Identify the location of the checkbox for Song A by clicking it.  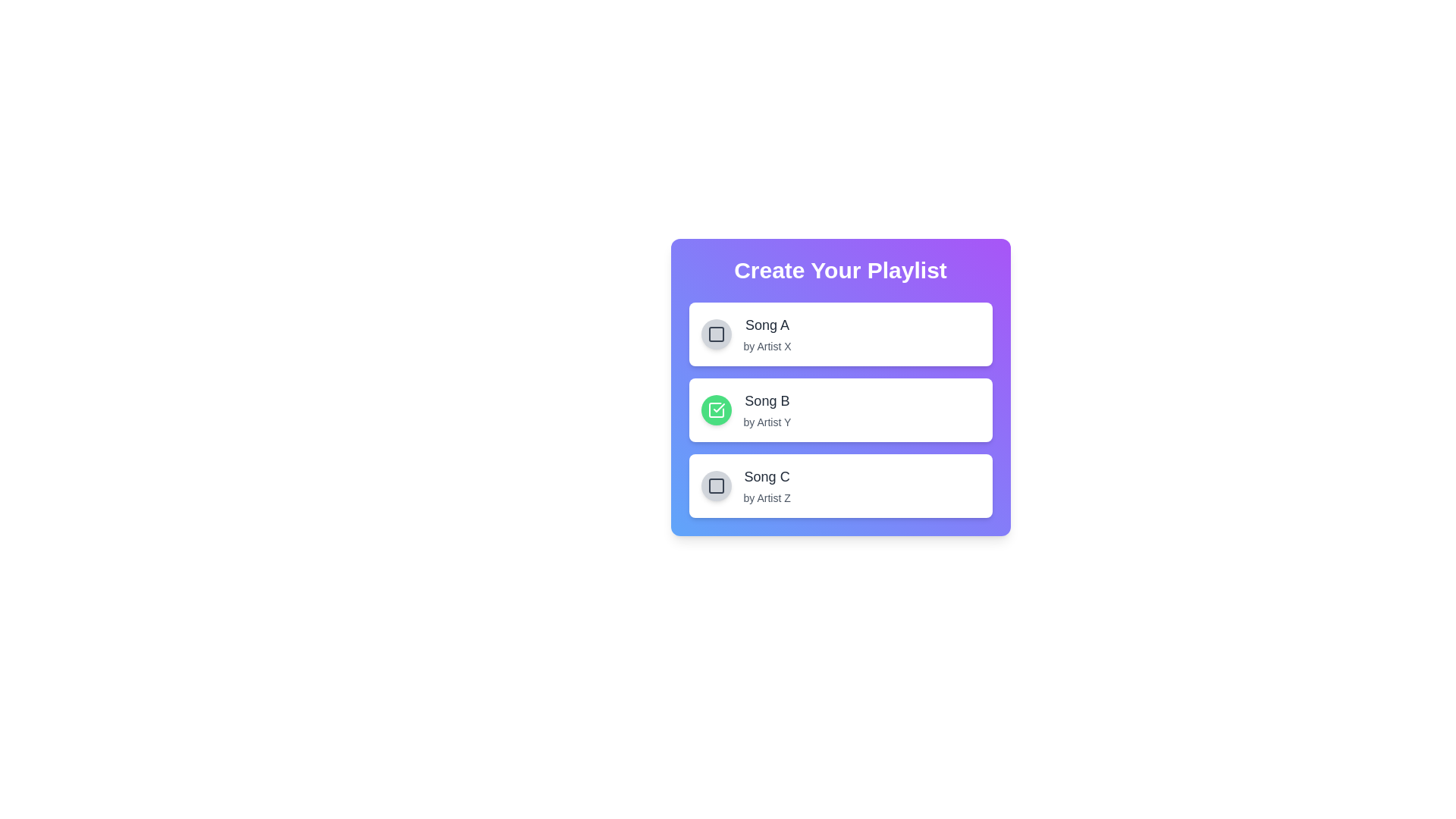
(715, 333).